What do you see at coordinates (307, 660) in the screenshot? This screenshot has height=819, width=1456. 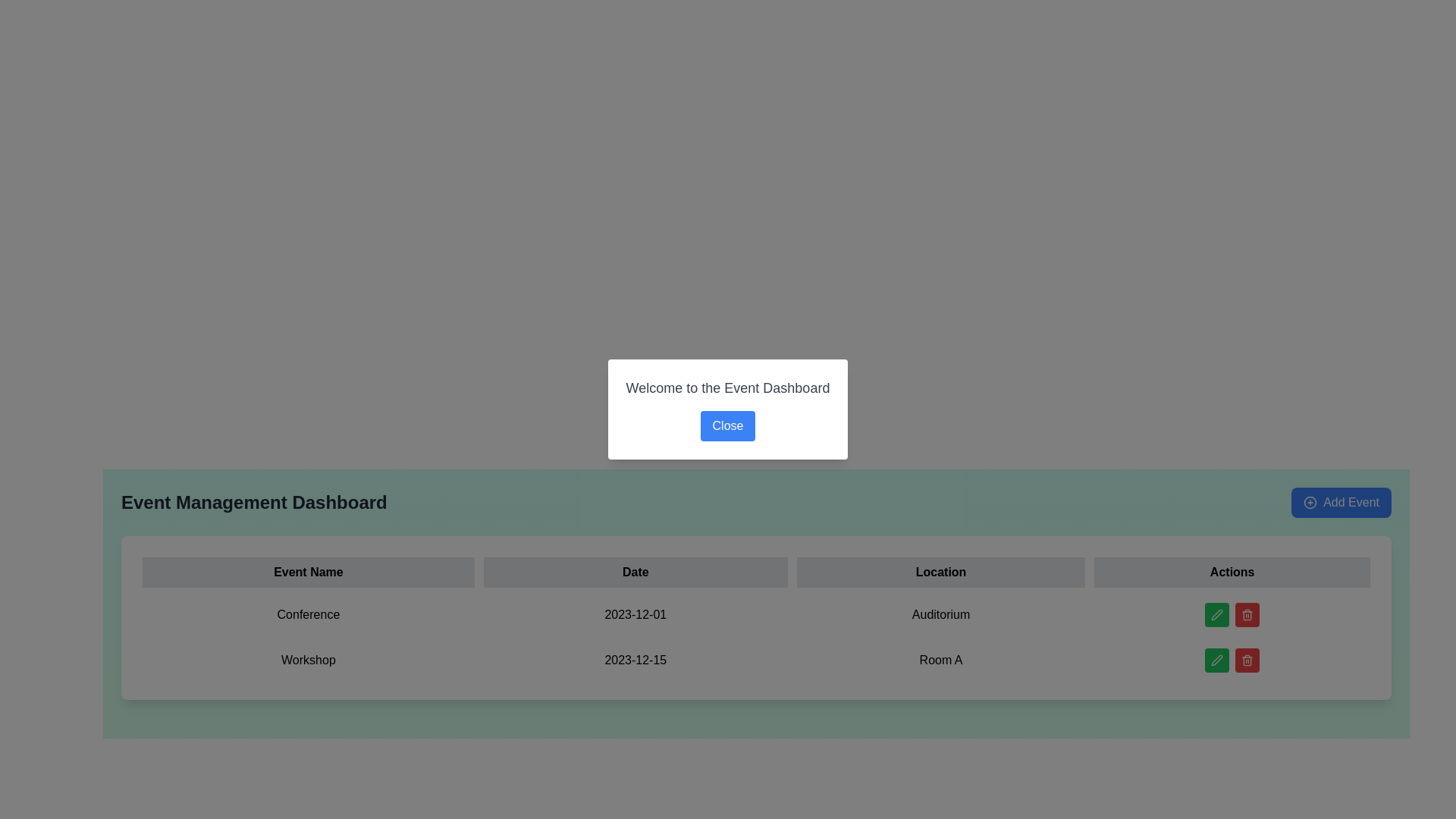 I see `the 'Workshop' text label in the 'Event Name' column of the event management dashboard interface` at bounding box center [307, 660].